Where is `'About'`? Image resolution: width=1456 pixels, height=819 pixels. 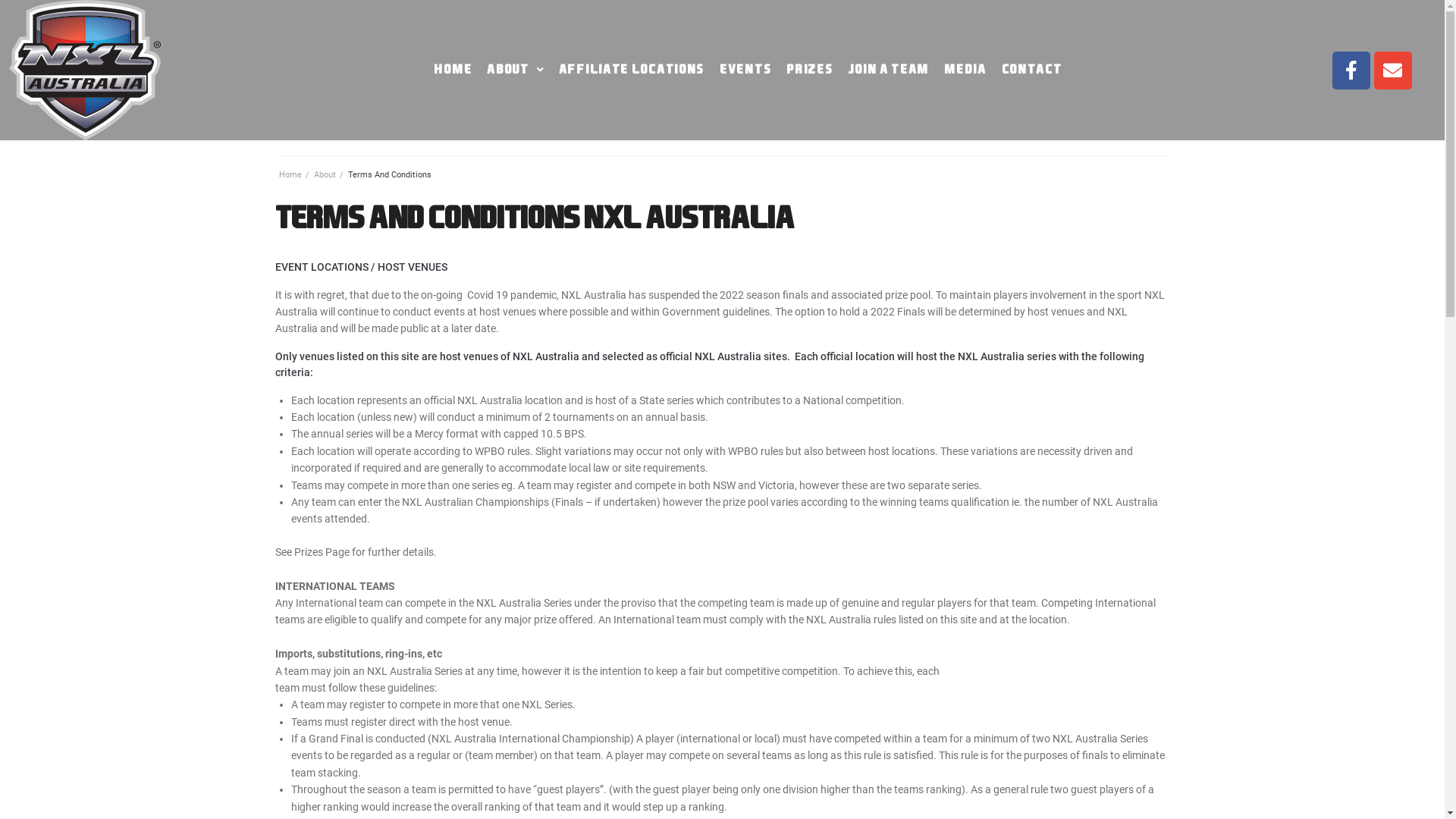
'About' is located at coordinates (312, 174).